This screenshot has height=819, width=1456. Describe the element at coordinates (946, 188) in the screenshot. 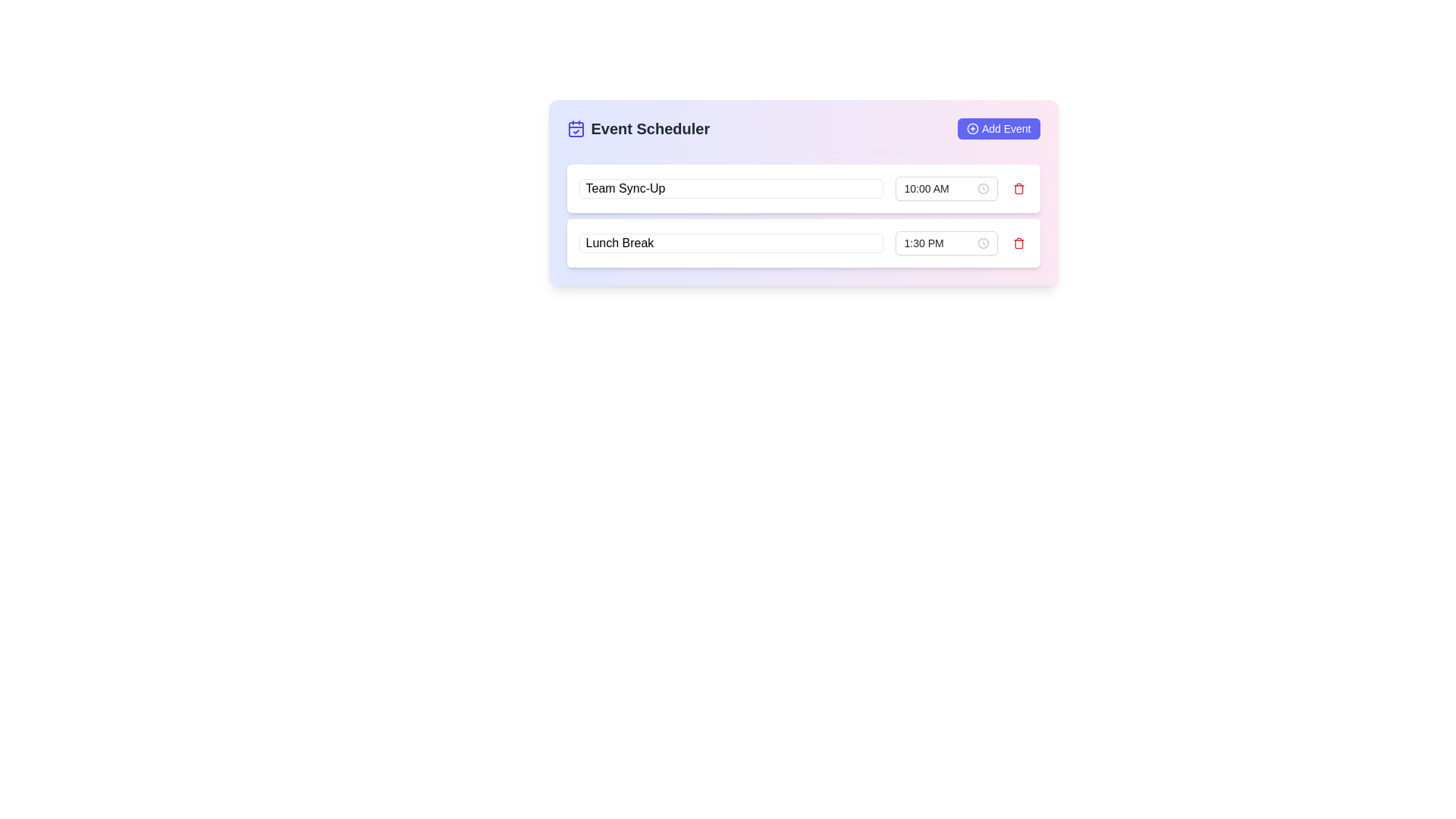

I see `the Time input field with picker functionality located to the right of the 'Team Sync-Up' text input field` at that location.